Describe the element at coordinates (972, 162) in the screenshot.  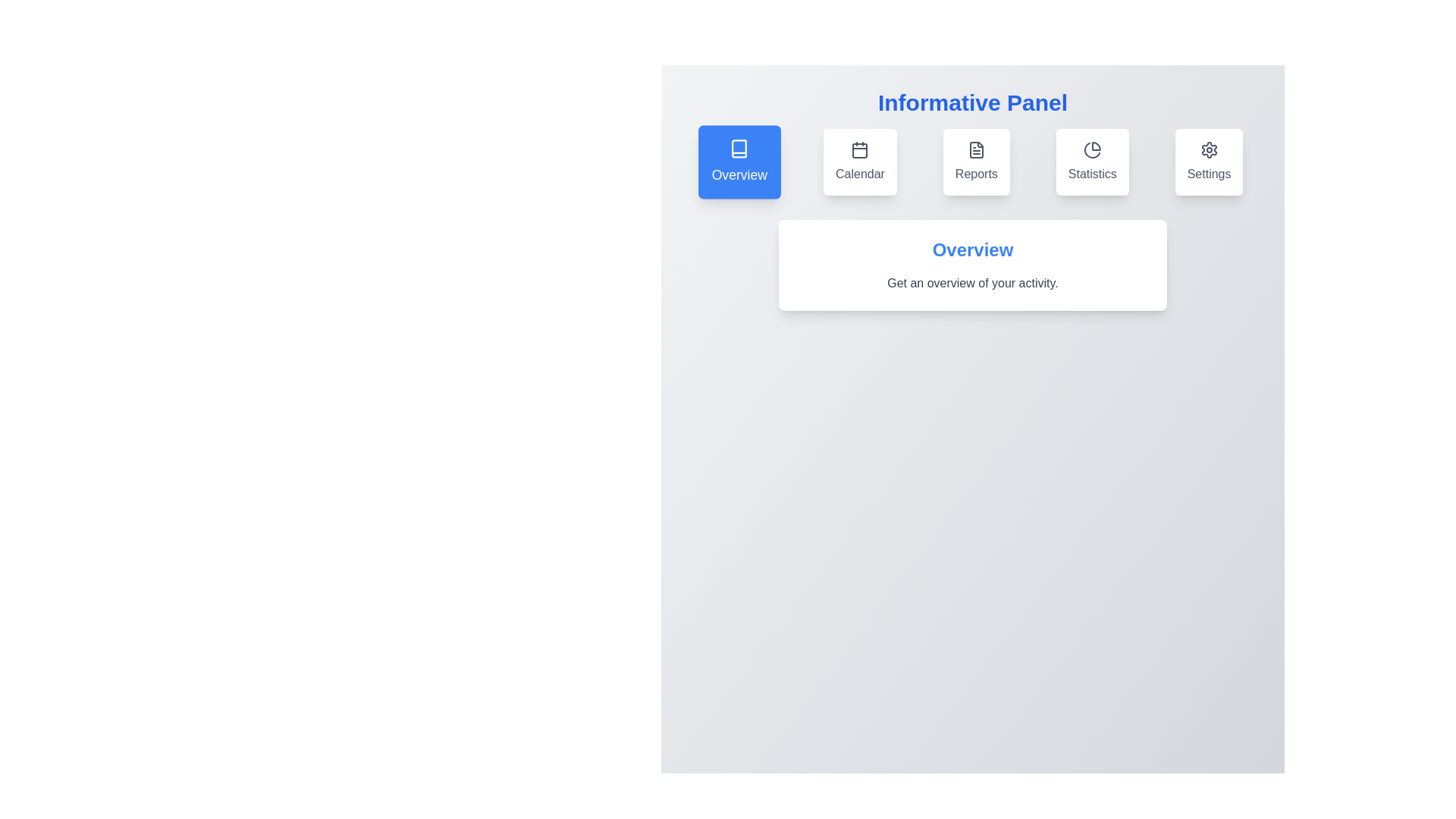
I see `the 'Reports' navigation button in the horizontal menu` at that location.